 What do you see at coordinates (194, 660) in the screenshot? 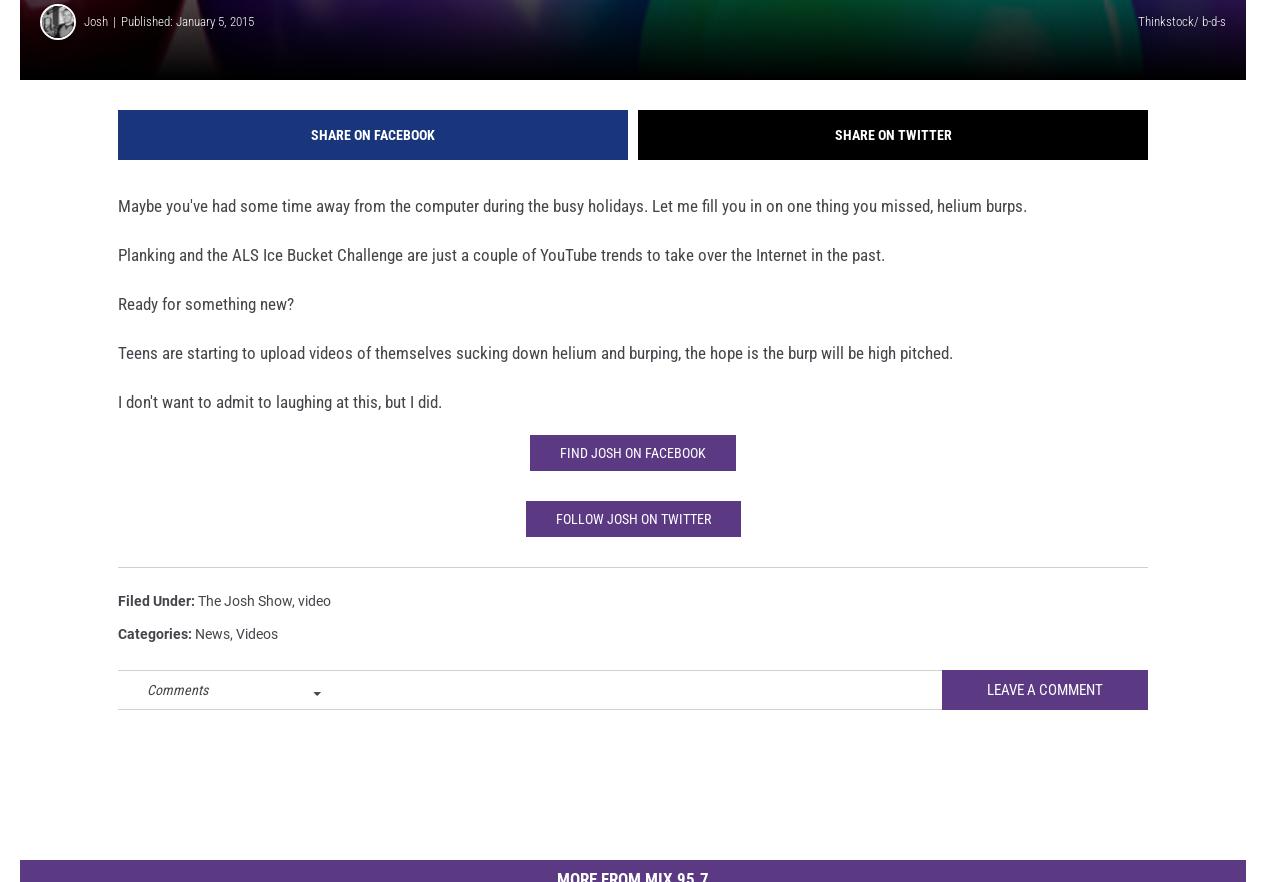
I see `'News'` at bounding box center [194, 660].